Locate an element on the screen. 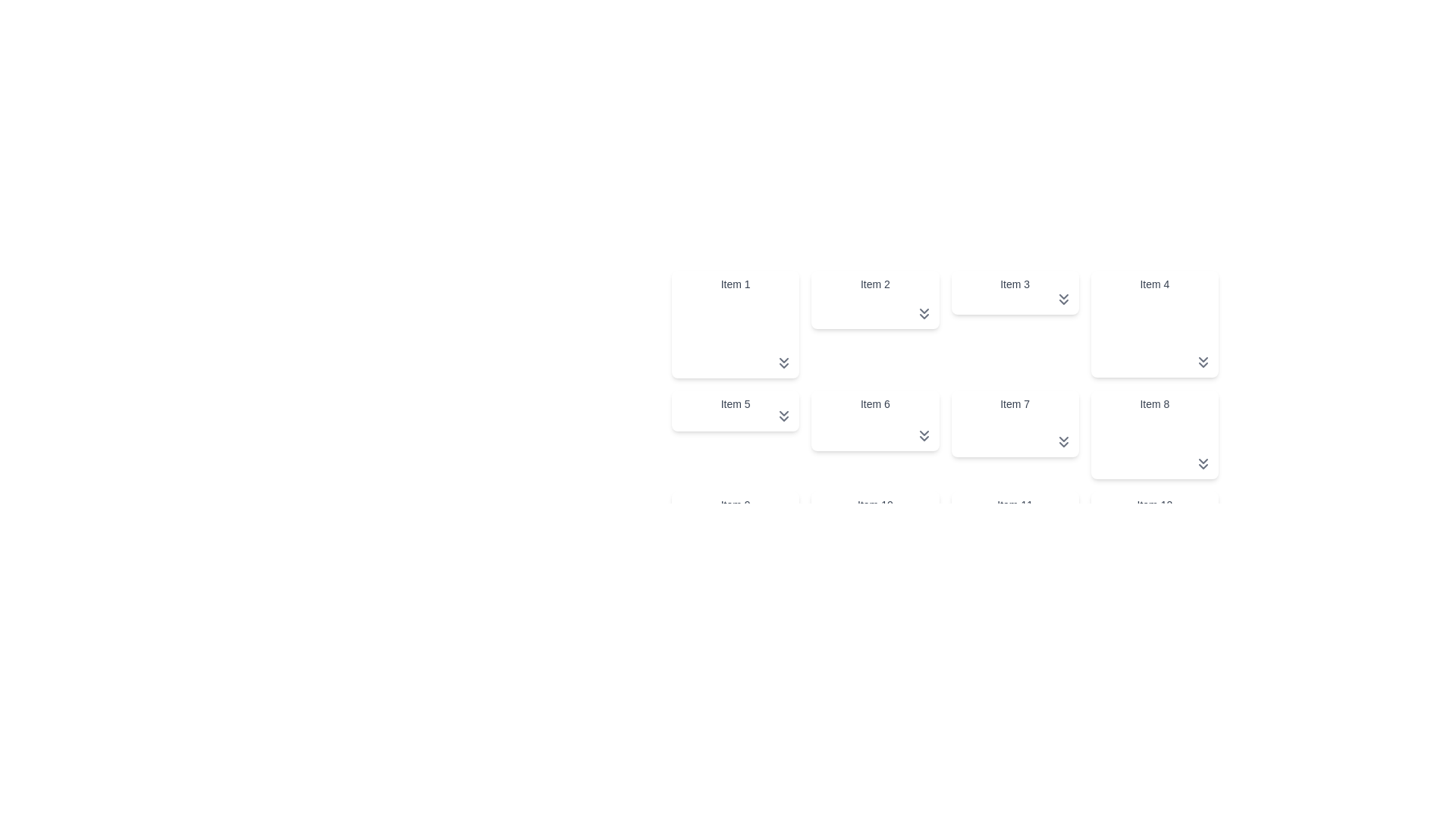 This screenshot has height=819, width=1456. the downward double-chevron icon button located in the bottom-right corner of the 'Item 4' card is located at coordinates (1203, 362).